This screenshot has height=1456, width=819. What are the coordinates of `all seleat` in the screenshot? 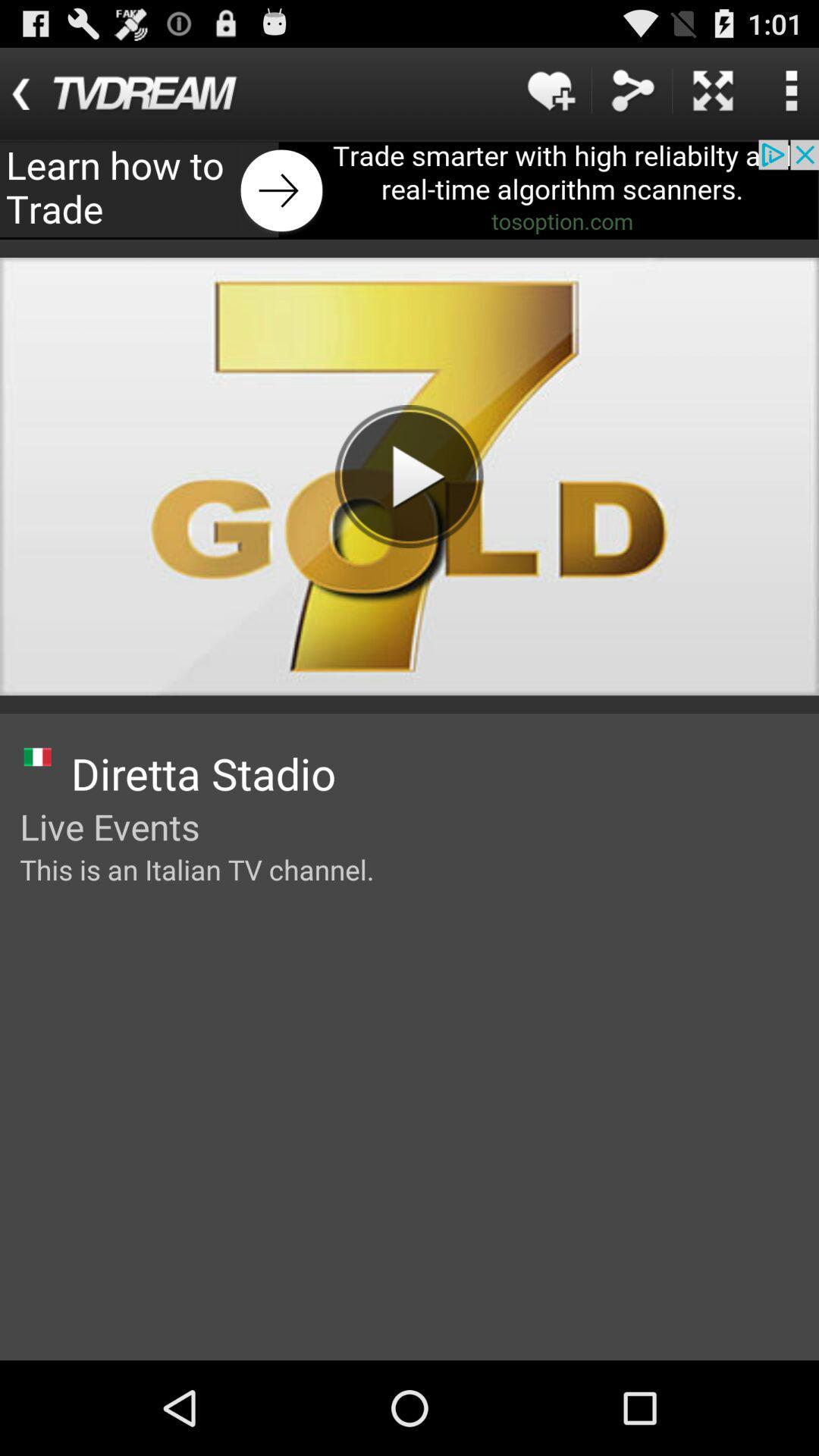 It's located at (713, 89).